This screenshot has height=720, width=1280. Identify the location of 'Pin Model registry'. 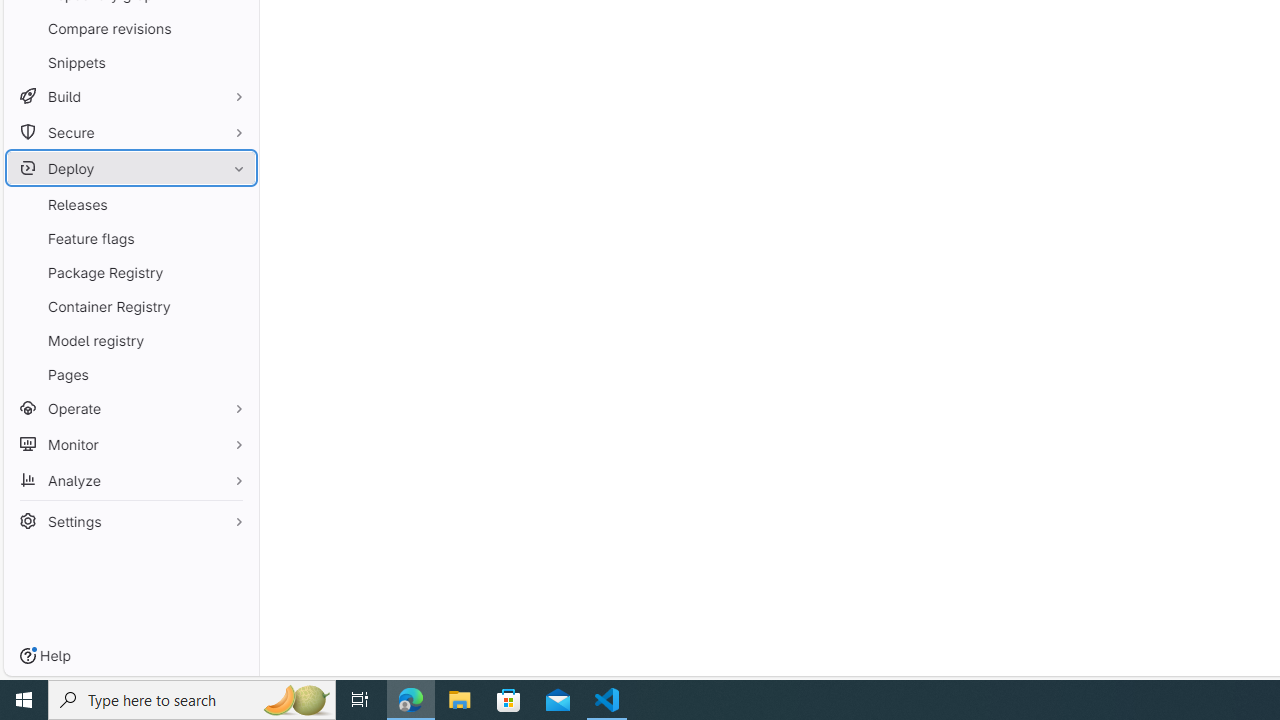
(234, 339).